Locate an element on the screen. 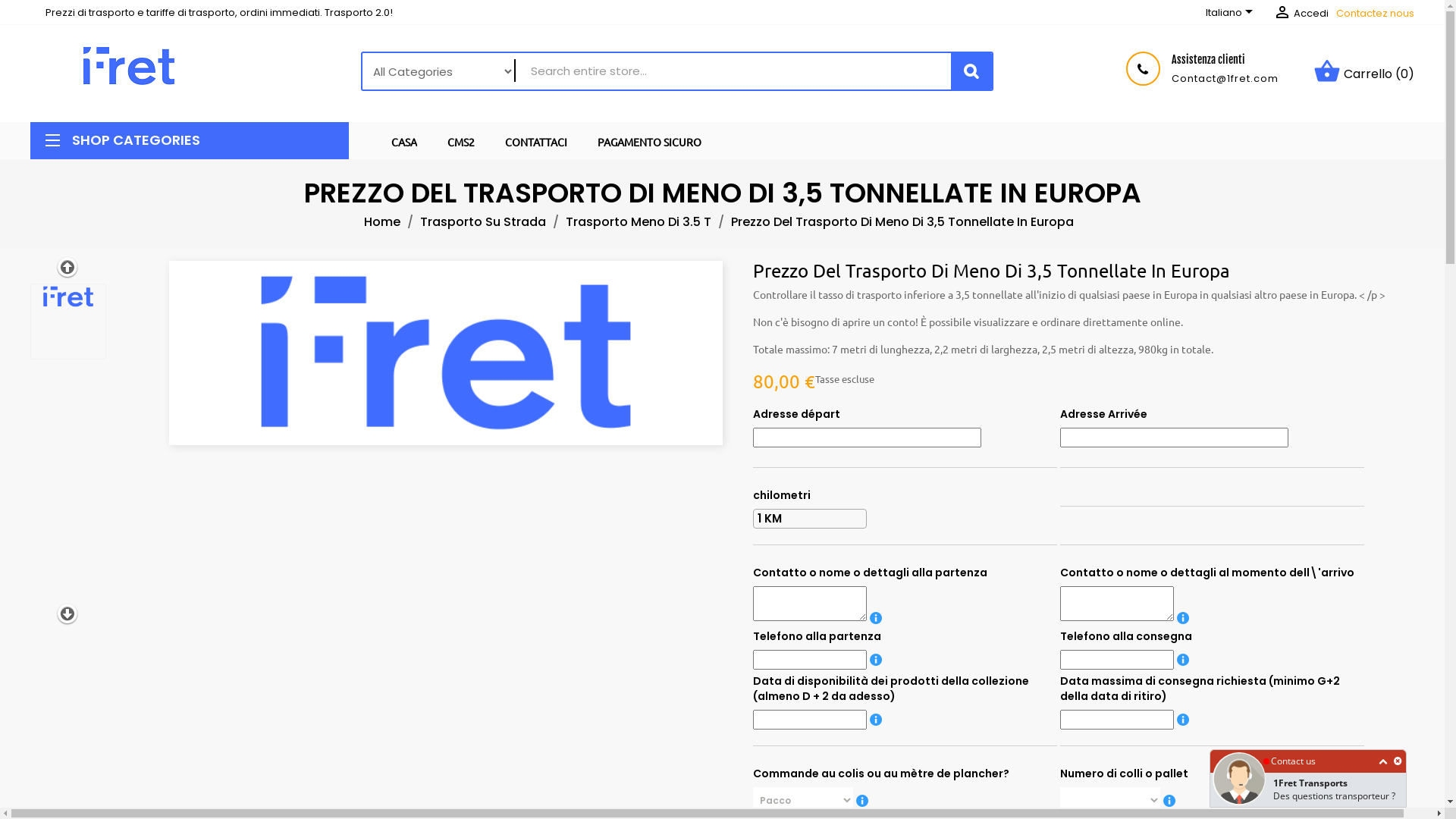 The height and width of the screenshot is (819, 1456). 'Trasporto Su Strada' is located at coordinates (419, 221).